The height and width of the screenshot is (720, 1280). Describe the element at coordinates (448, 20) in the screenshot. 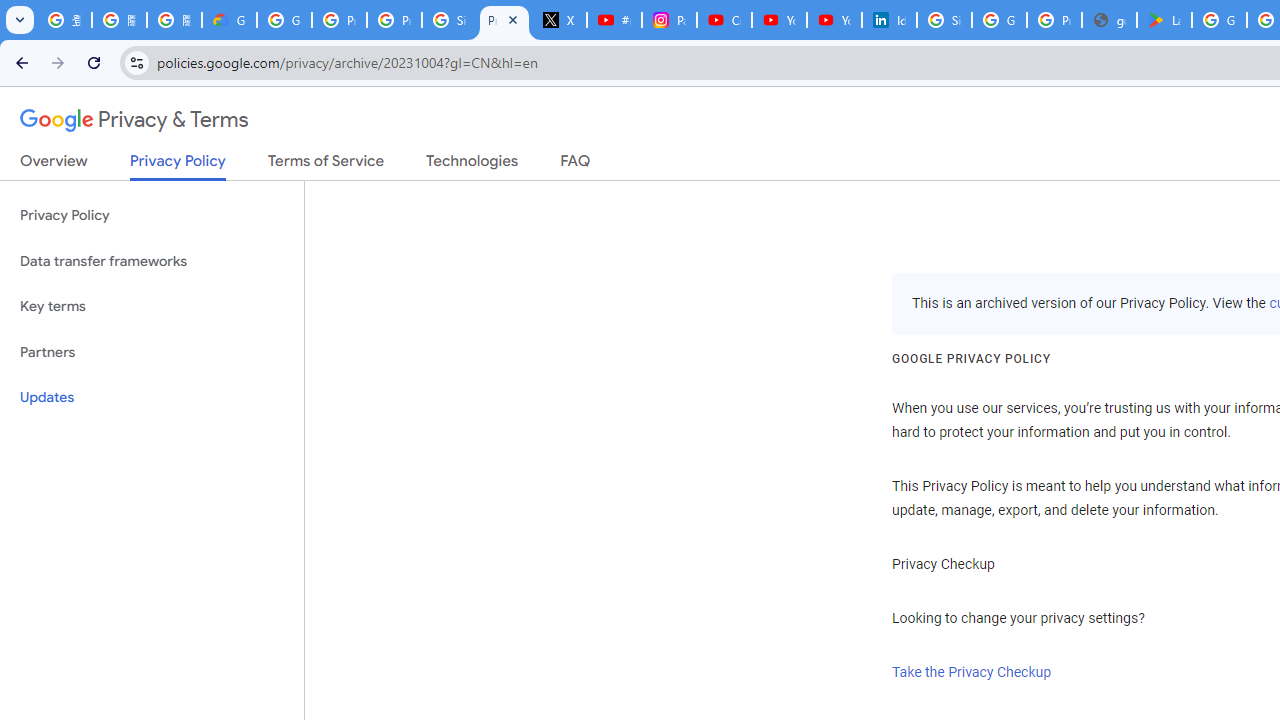

I see `'Sign in - Google Accounts'` at that location.